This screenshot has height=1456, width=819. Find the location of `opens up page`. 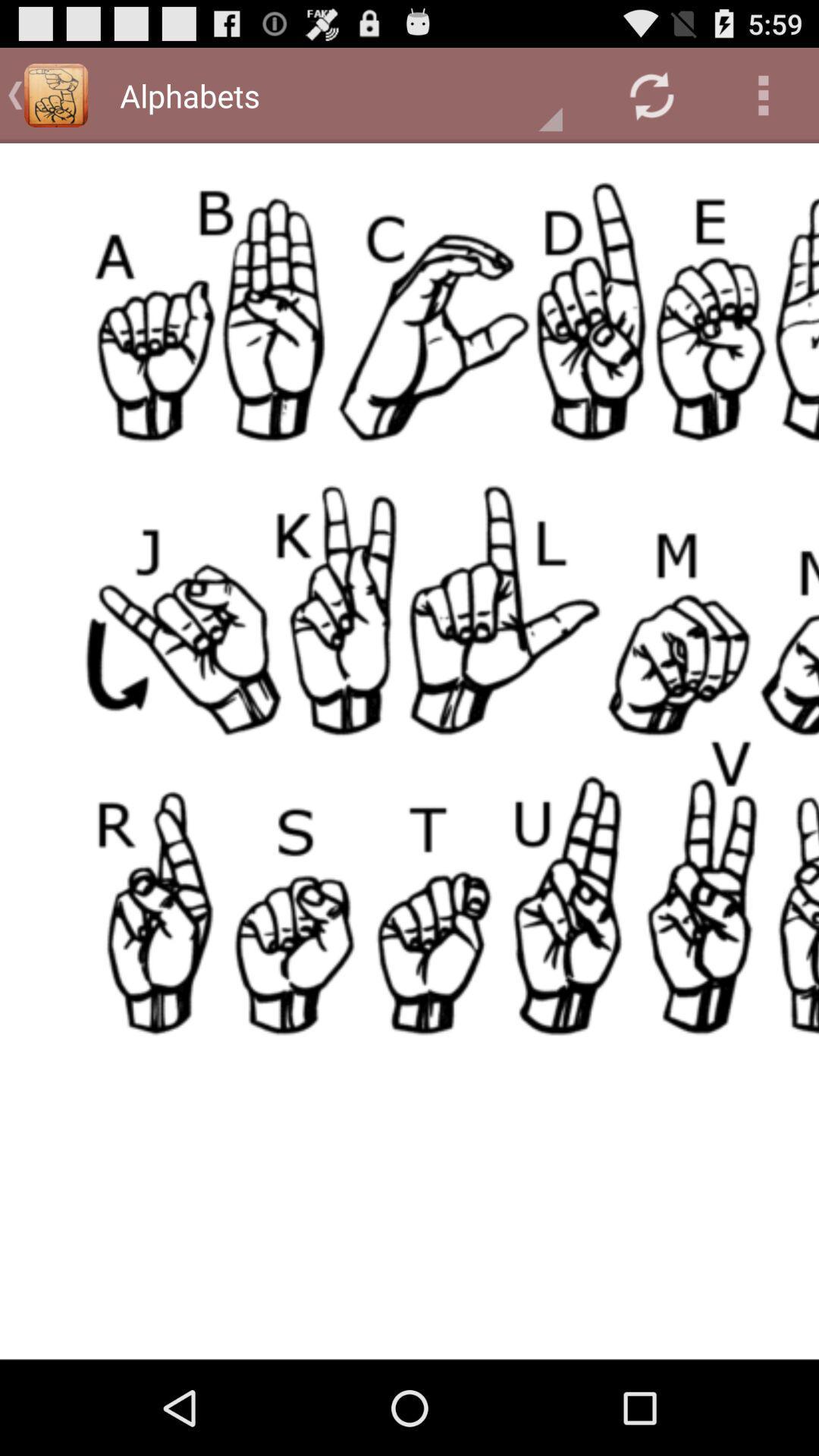

opens up page is located at coordinates (409, 751).